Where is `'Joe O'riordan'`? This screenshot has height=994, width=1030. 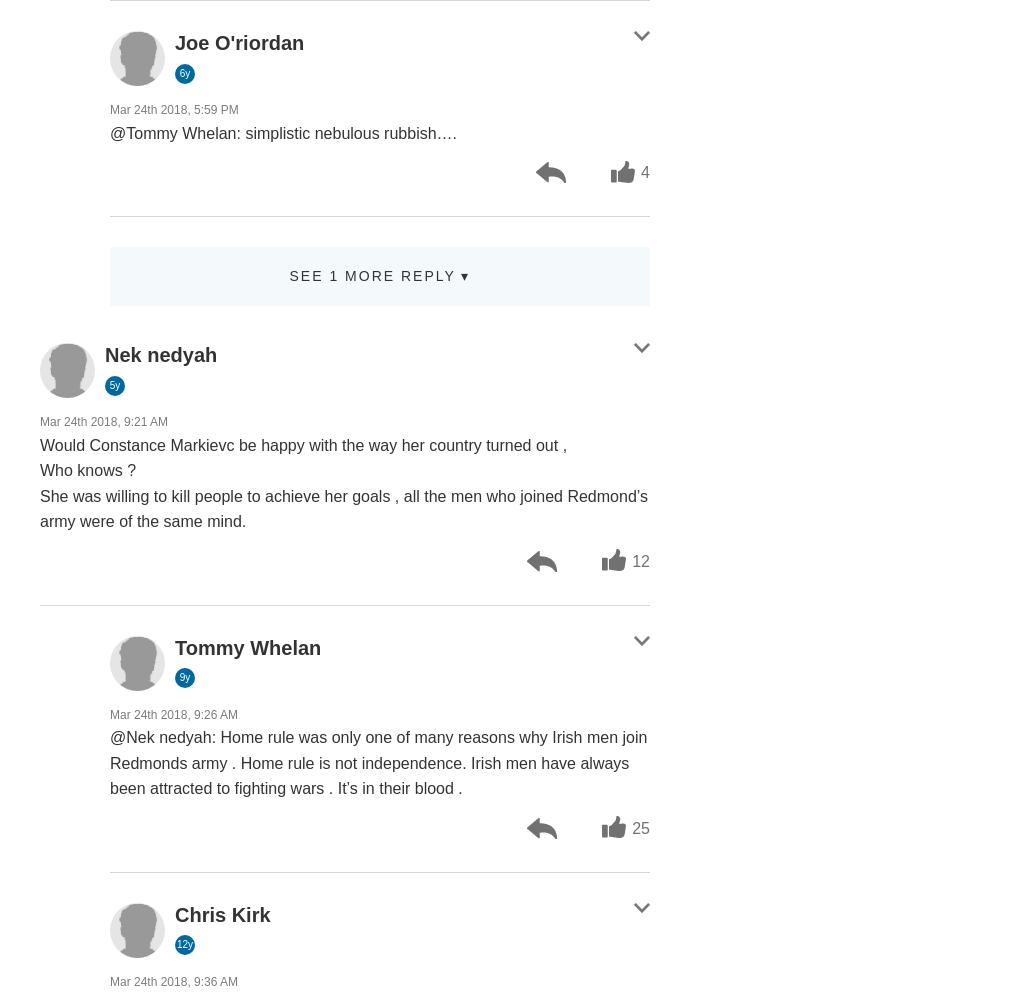 'Joe O'riordan' is located at coordinates (174, 42).